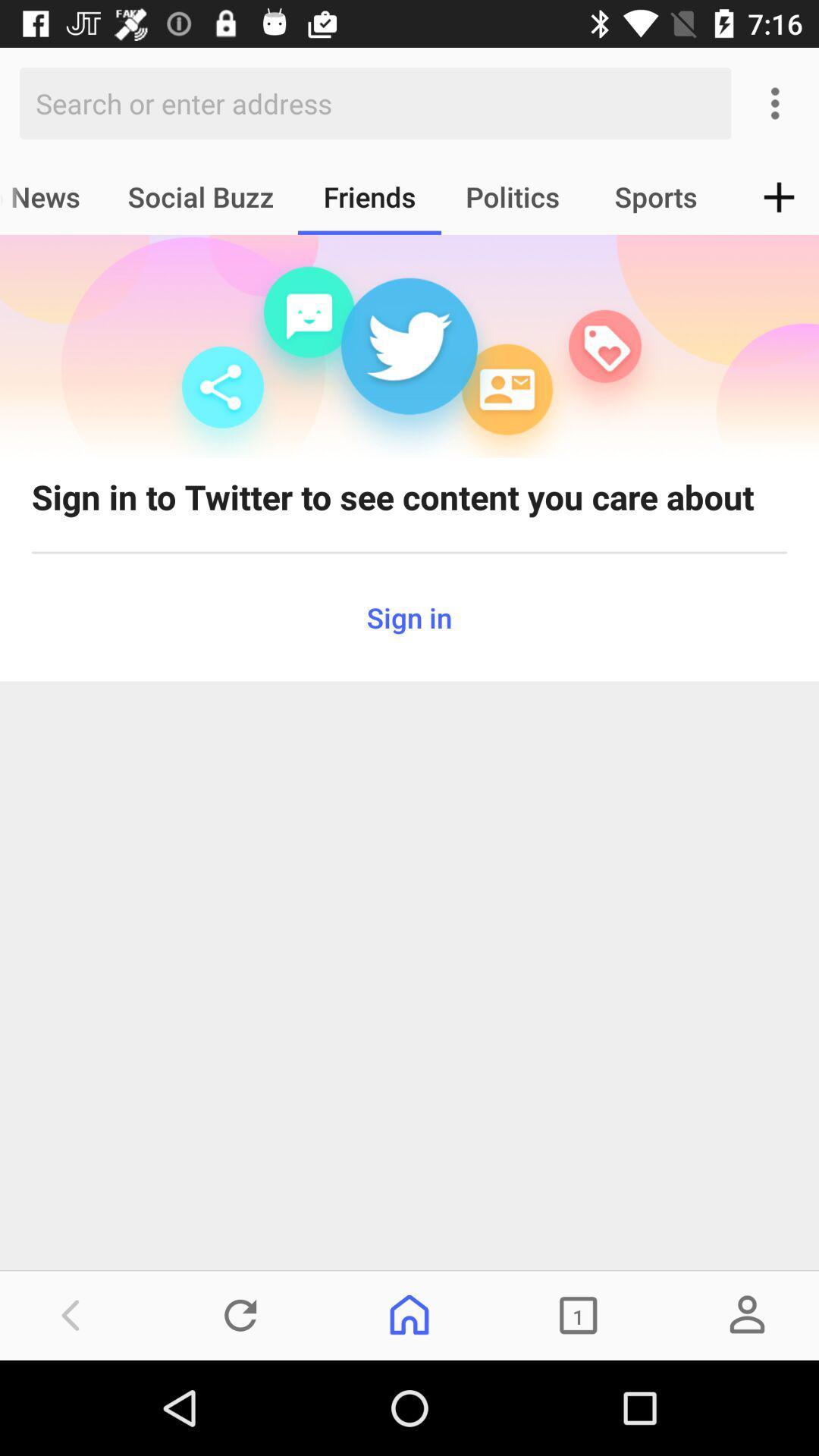 The image size is (819, 1456). Describe the element at coordinates (779, 196) in the screenshot. I see `the icon to the right of the sports` at that location.